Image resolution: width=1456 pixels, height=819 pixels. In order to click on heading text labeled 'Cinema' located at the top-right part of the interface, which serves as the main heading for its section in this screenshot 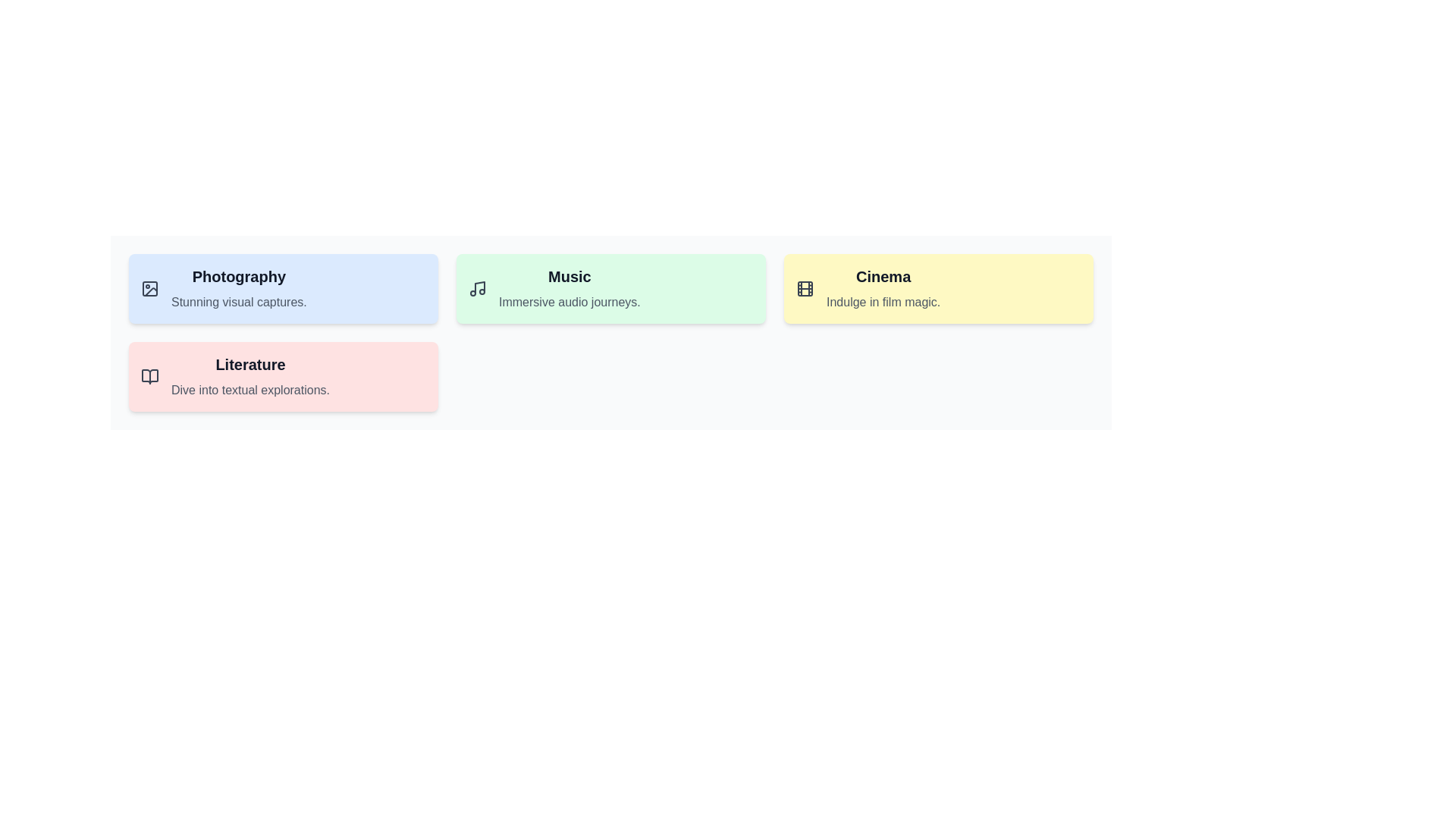, I will do `click(883, 277)`.